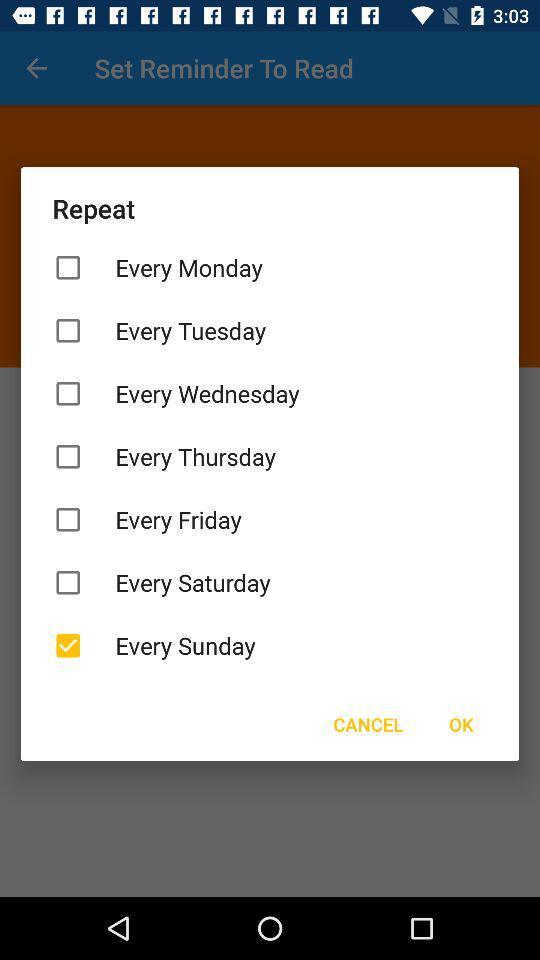 This screenshot has height=960, width=540. I want to click on item below the every saturday icon, so click(270, 644).